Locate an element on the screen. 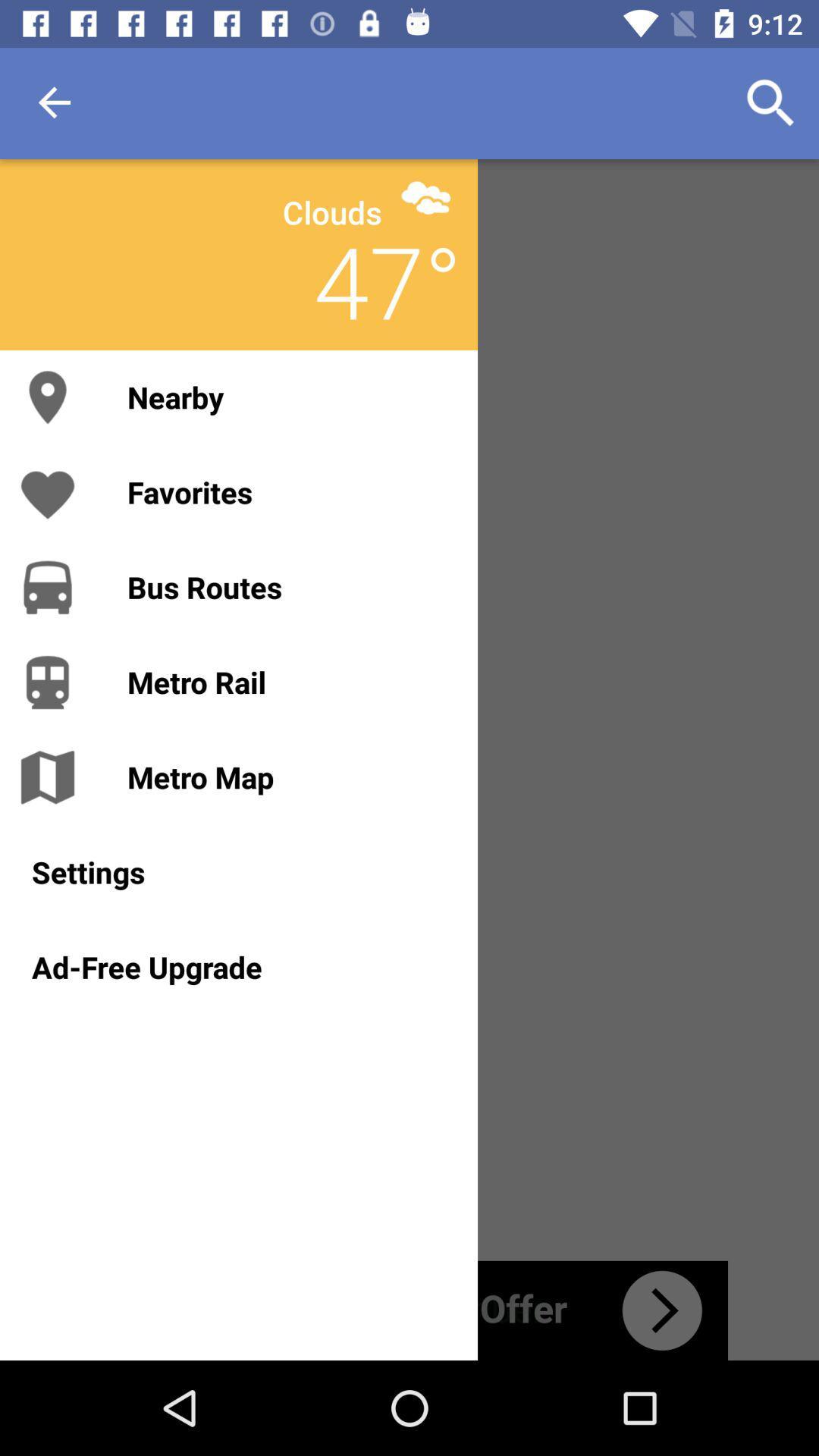 The width and height of the screenshot is (819, 1456). the settings icon is located at coordinates (239, 872).